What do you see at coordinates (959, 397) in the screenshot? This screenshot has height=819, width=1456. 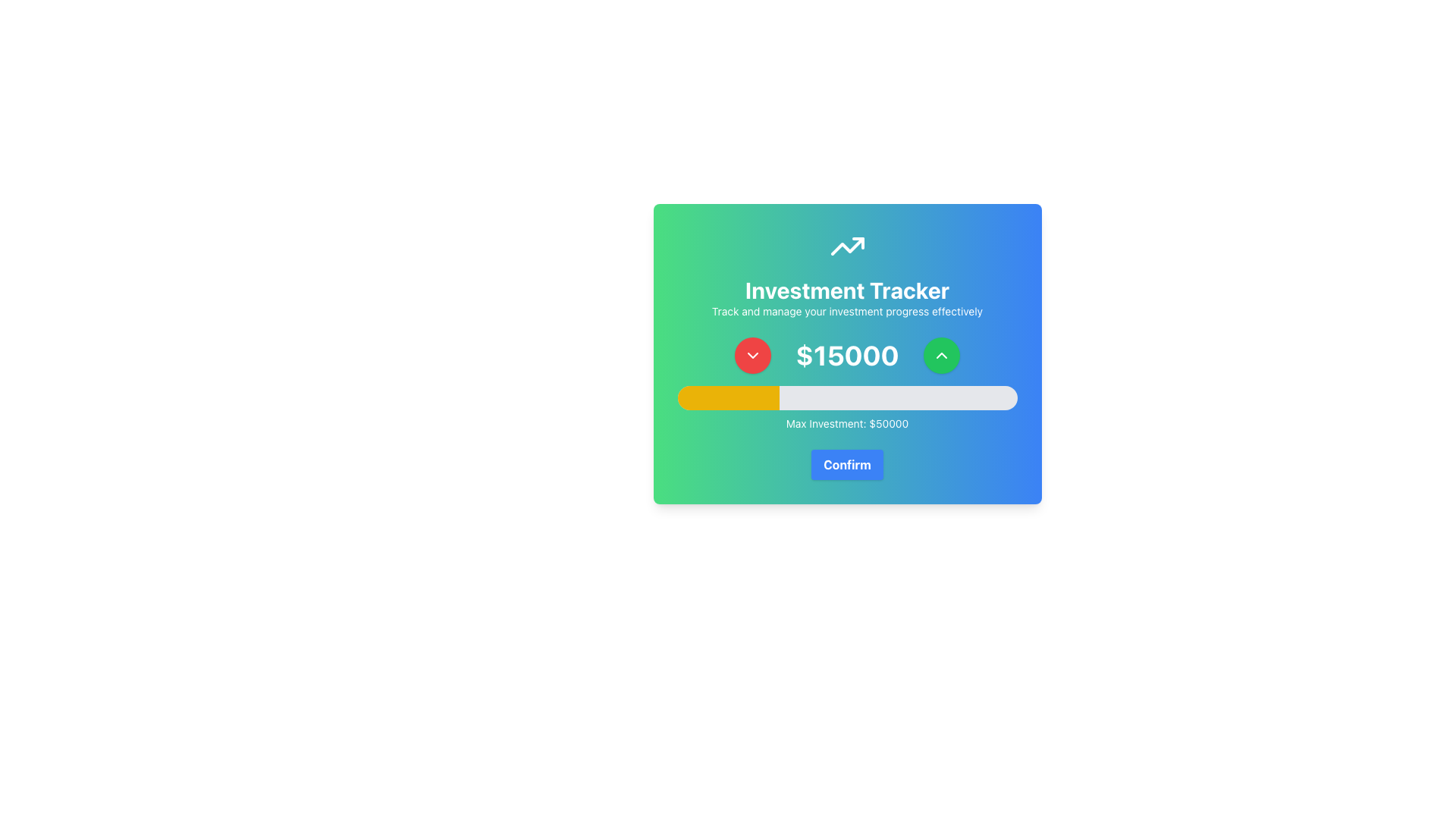 I see `progress` at bounding box center [959, 397].